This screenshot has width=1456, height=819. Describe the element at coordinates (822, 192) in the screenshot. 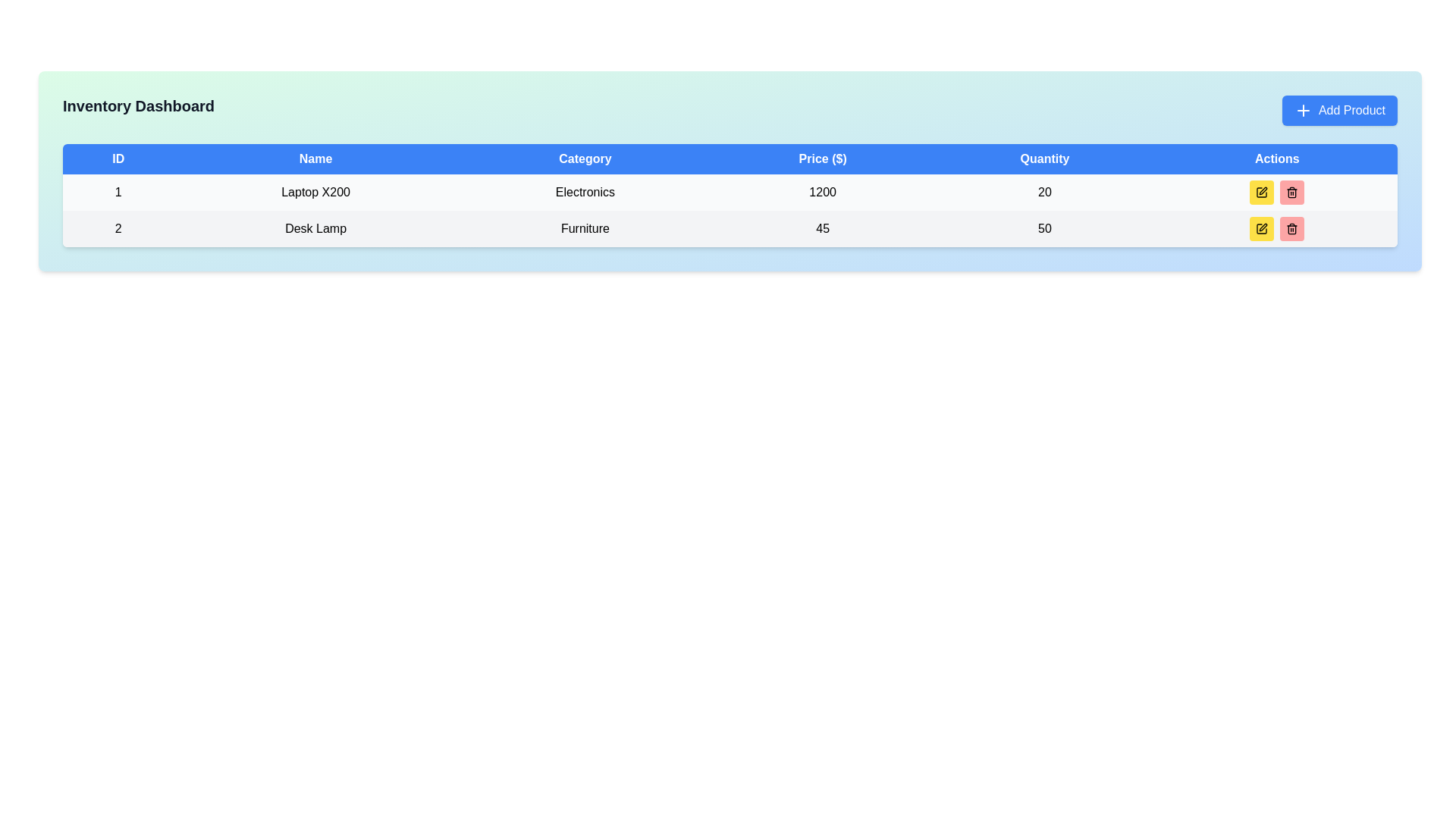

I see `value displayed in the static text that shows the price of the product in the fourth column of the first data row, under the 'Price ($)' header` at that location.